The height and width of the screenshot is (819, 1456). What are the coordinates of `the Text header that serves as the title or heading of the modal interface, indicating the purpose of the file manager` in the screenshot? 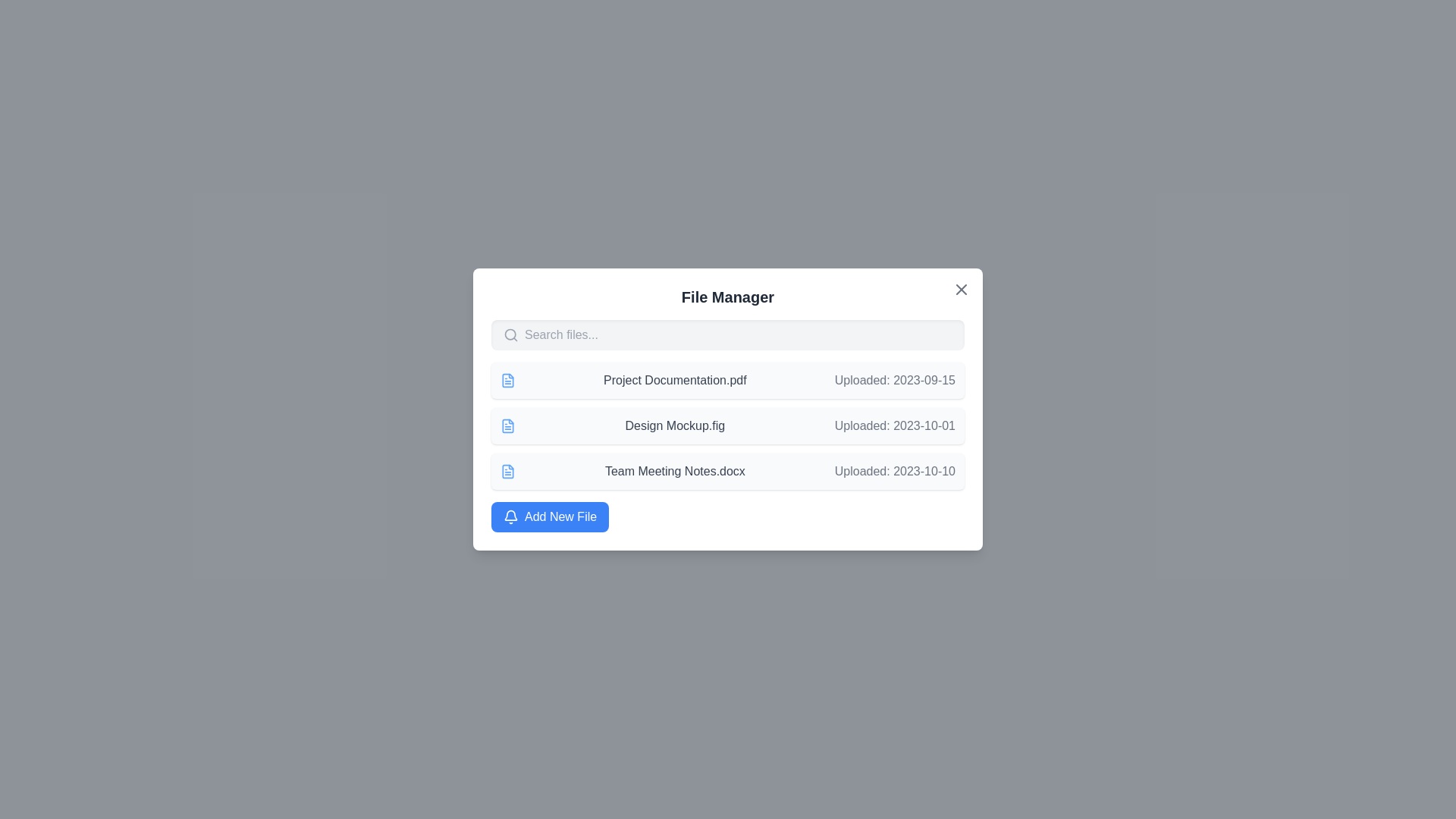 It's located at (728, 297).